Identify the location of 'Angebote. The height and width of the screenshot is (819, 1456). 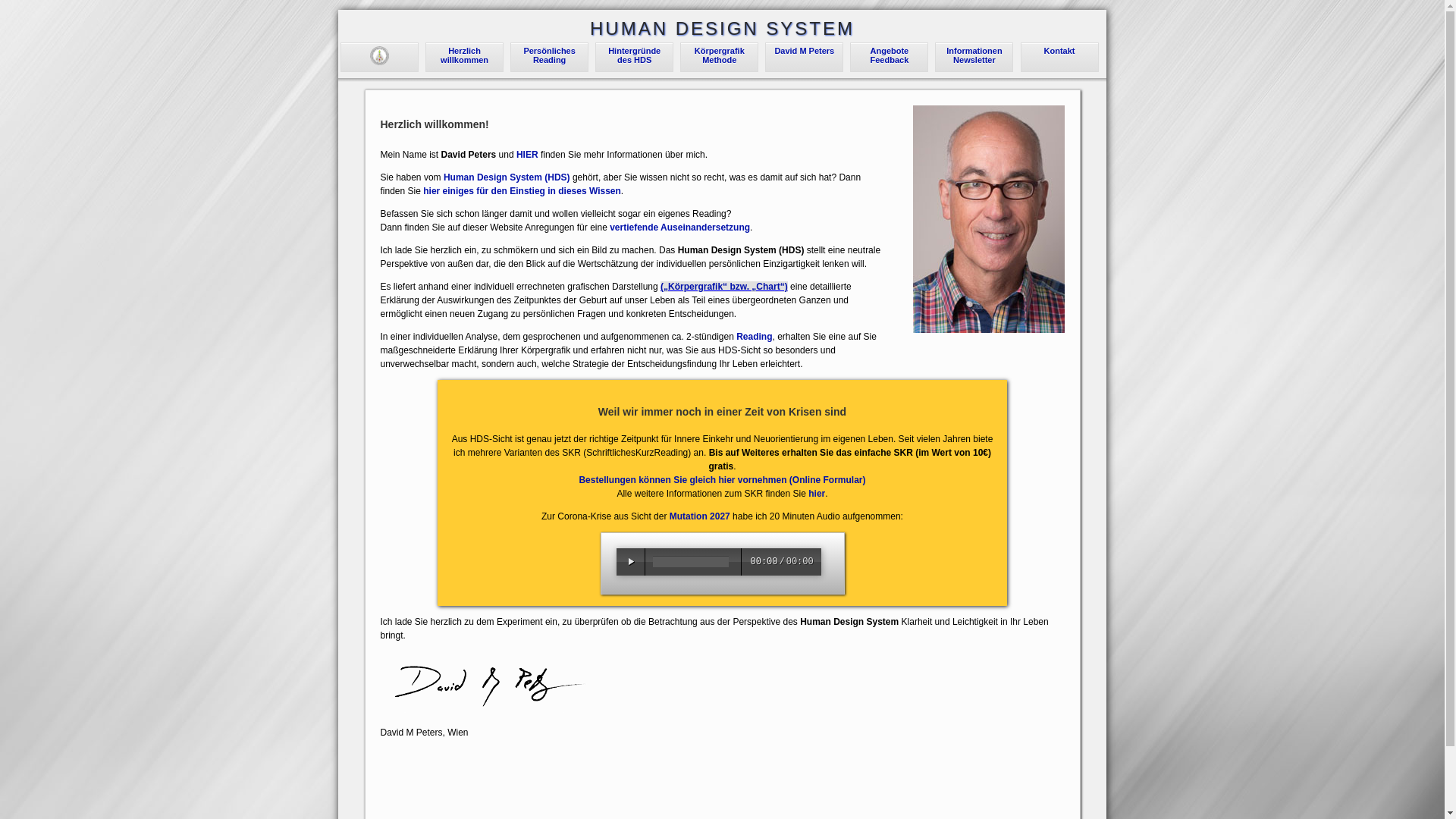
(890, 55).